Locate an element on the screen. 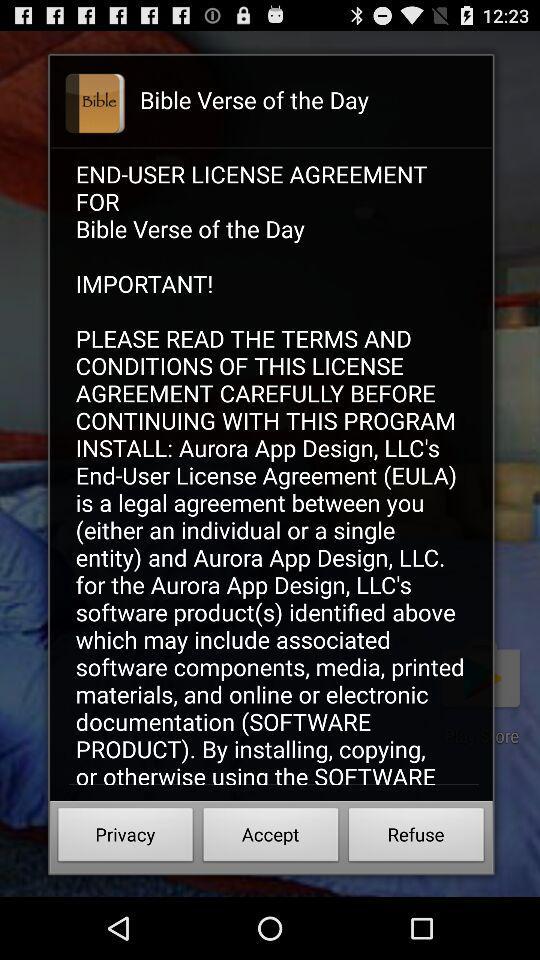 The width and height of the screenshot is (540, 960). button next to accept is located at coordinates (415, 837).